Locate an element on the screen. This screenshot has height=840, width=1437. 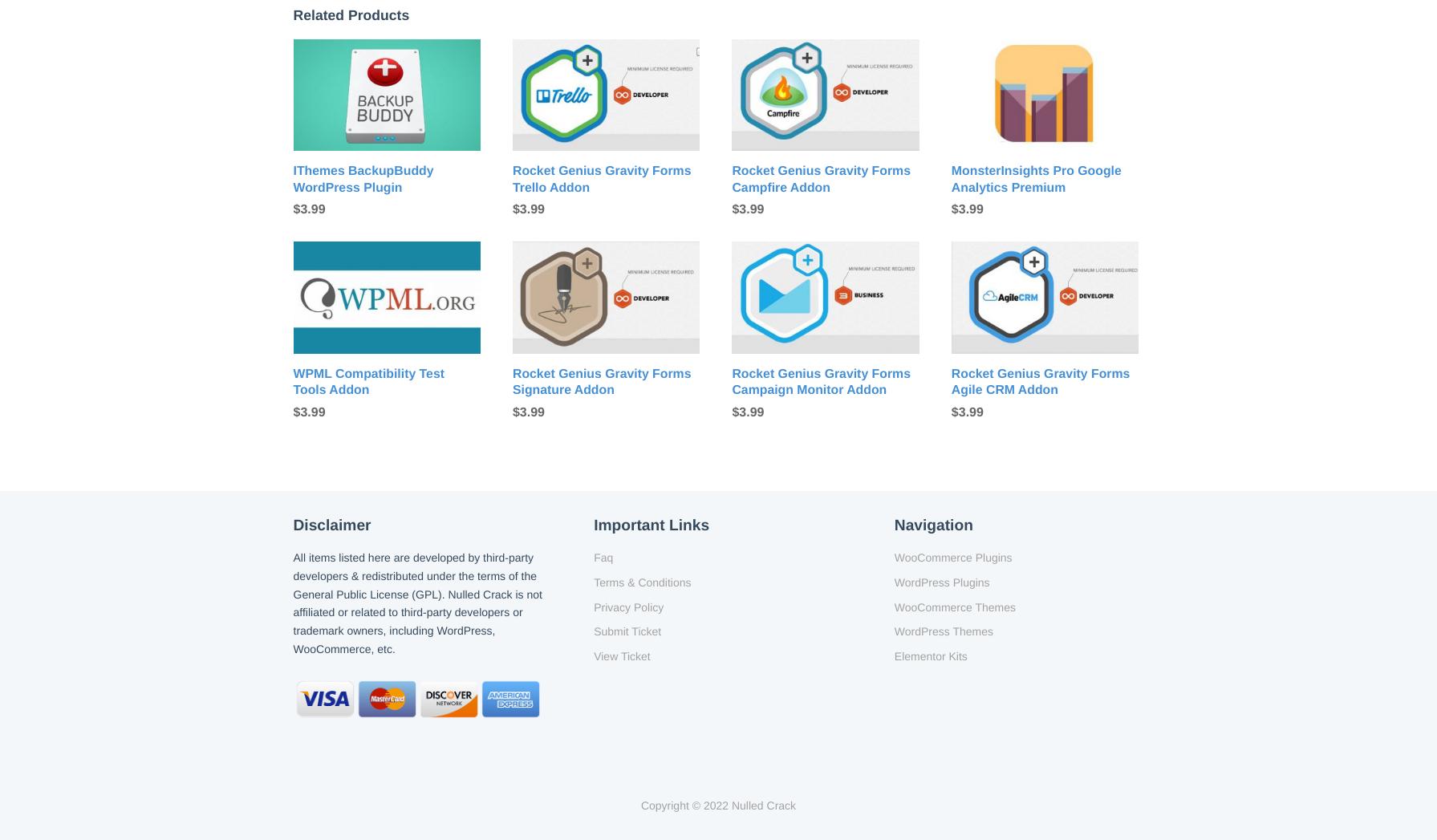
'Important Links' is located at coordinates (652, 525).